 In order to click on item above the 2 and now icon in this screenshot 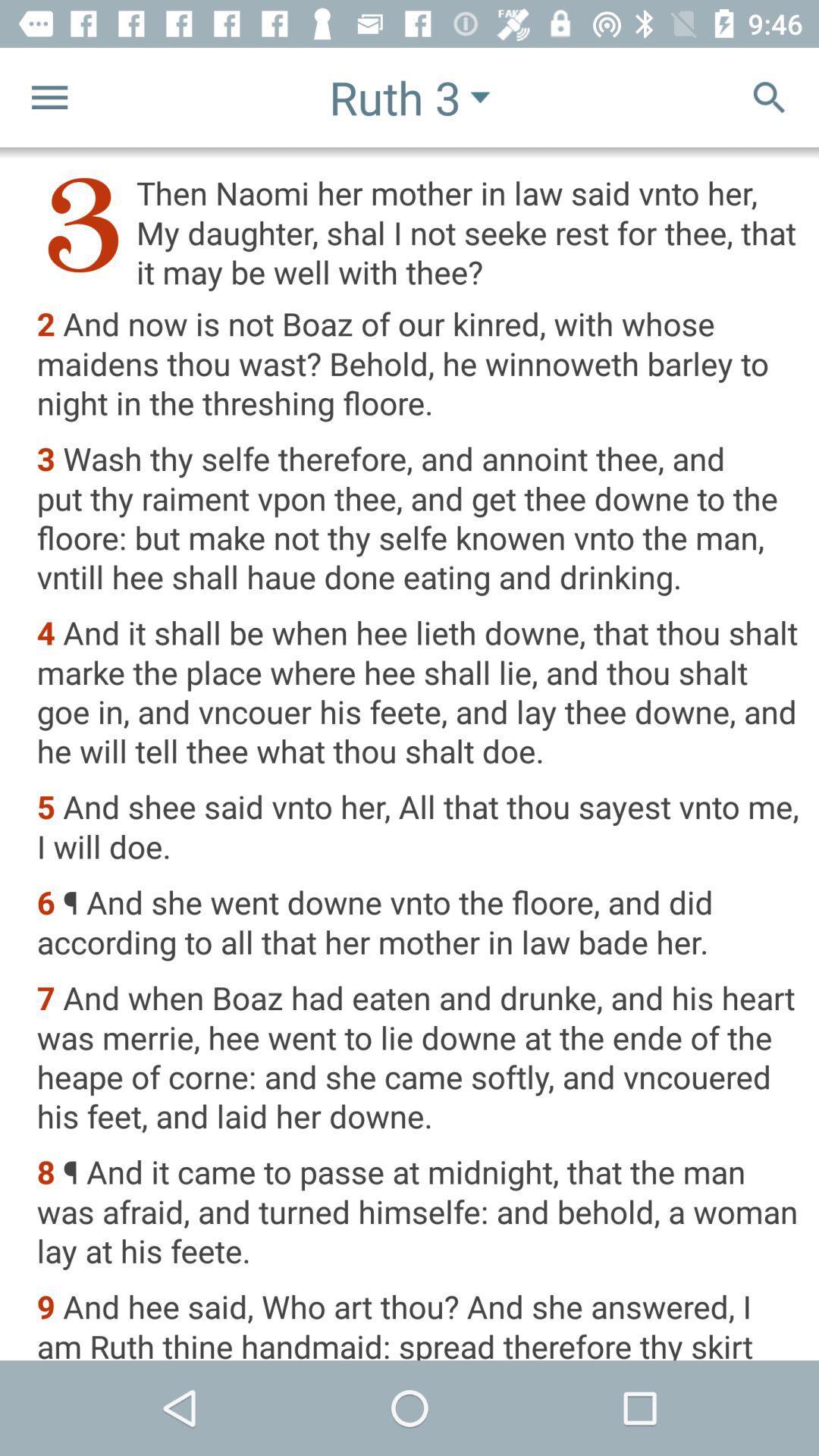, I will do `click(418, 231)`.